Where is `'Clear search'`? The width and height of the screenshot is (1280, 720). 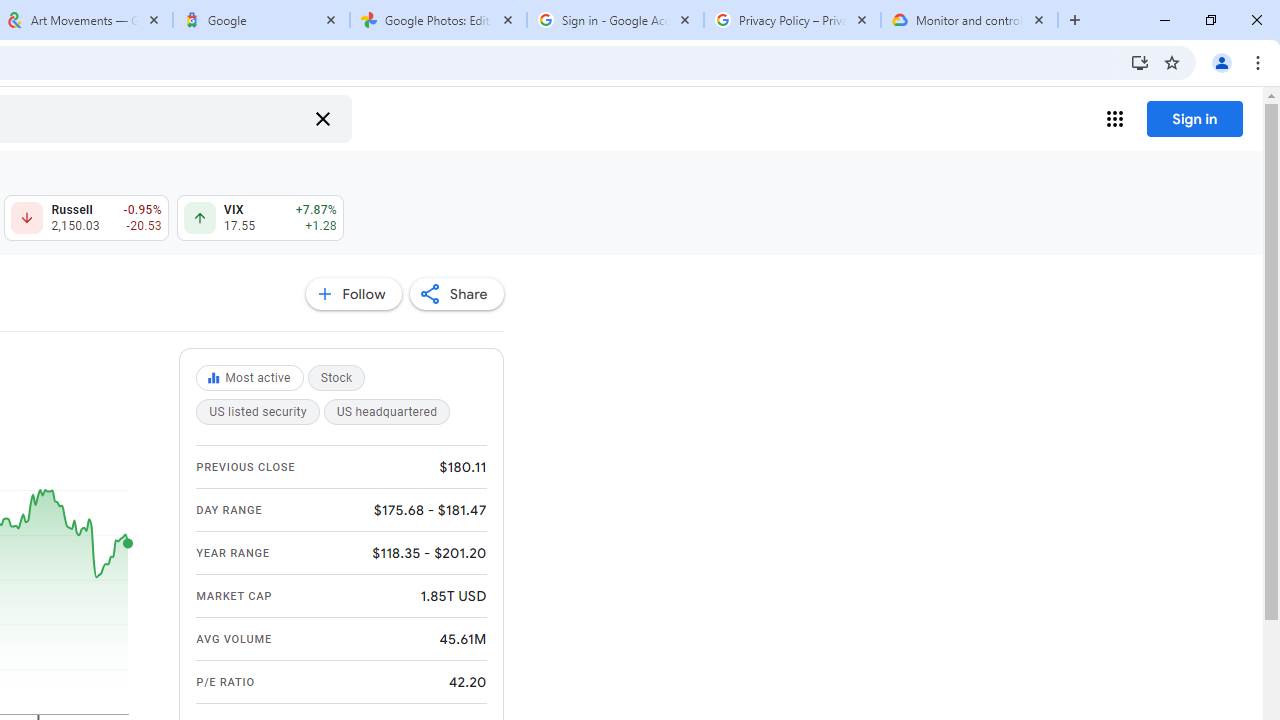 'Clear search' is located at coordinates (322, 118).